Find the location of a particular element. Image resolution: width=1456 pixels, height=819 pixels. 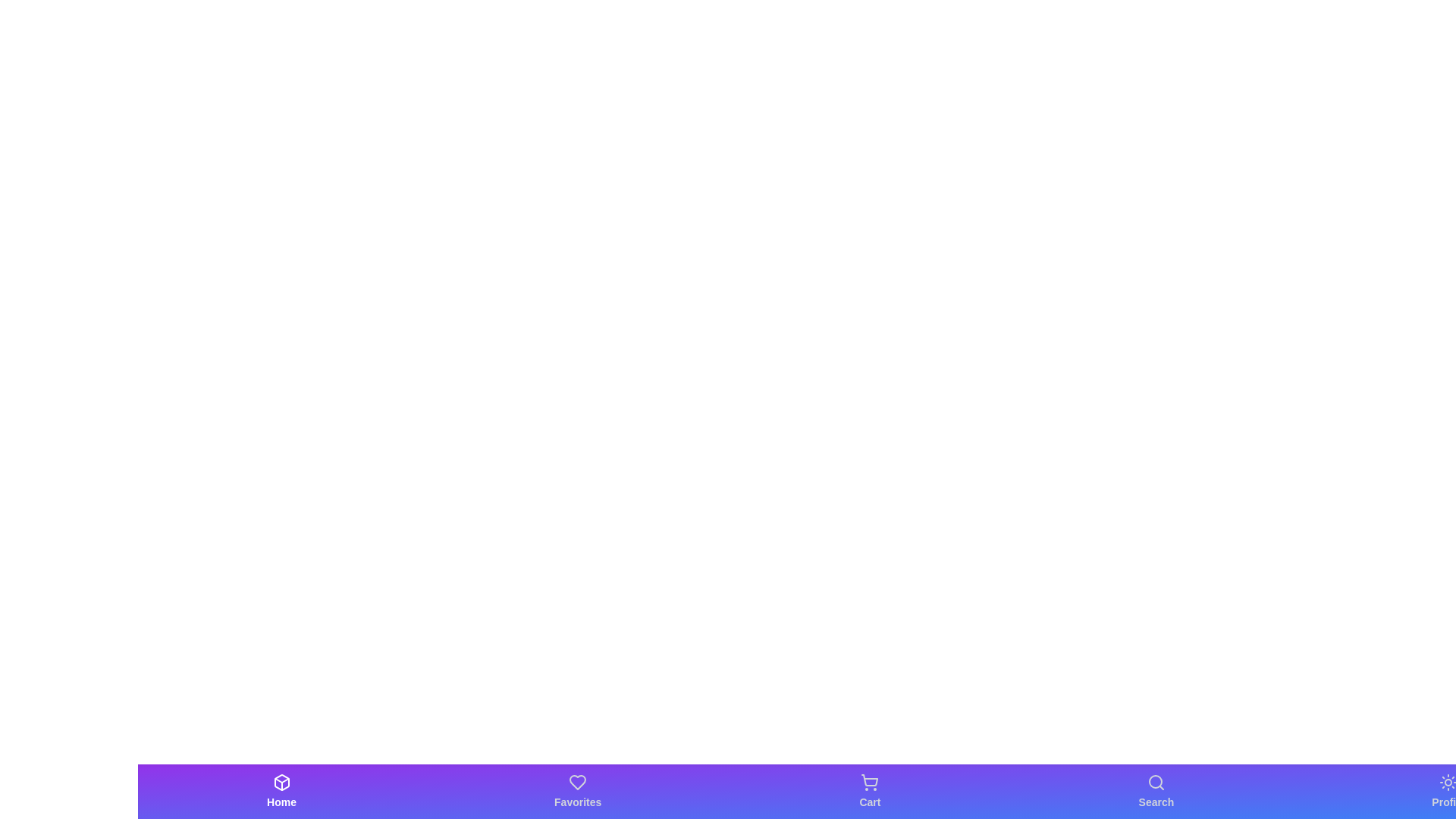

the Profile tab in the bottom bar is located at coordinates (1448, 791).